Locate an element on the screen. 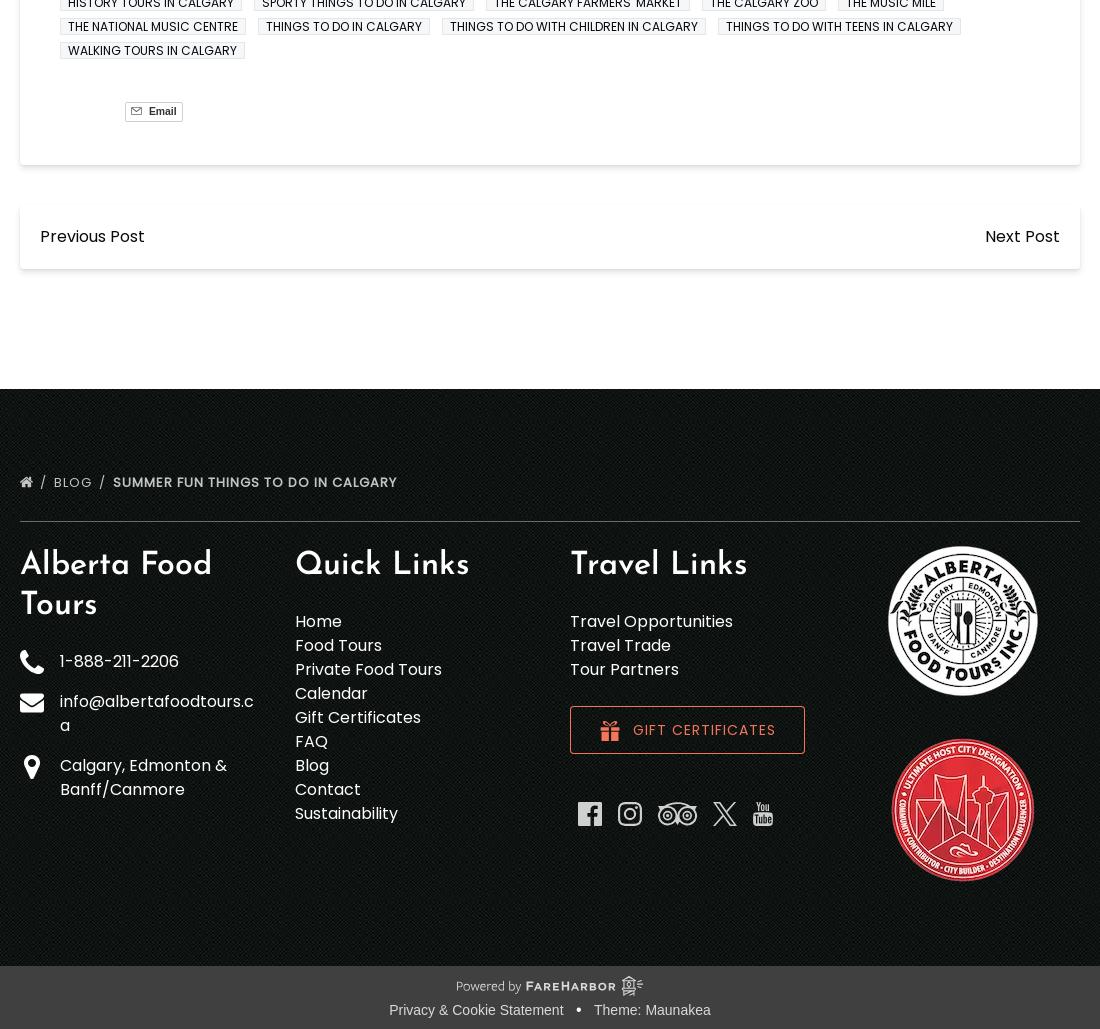 The width and height of the screenshot is (1100, 1029). 'things to do with teens in Calgary' is located at coordinates (725, 25).